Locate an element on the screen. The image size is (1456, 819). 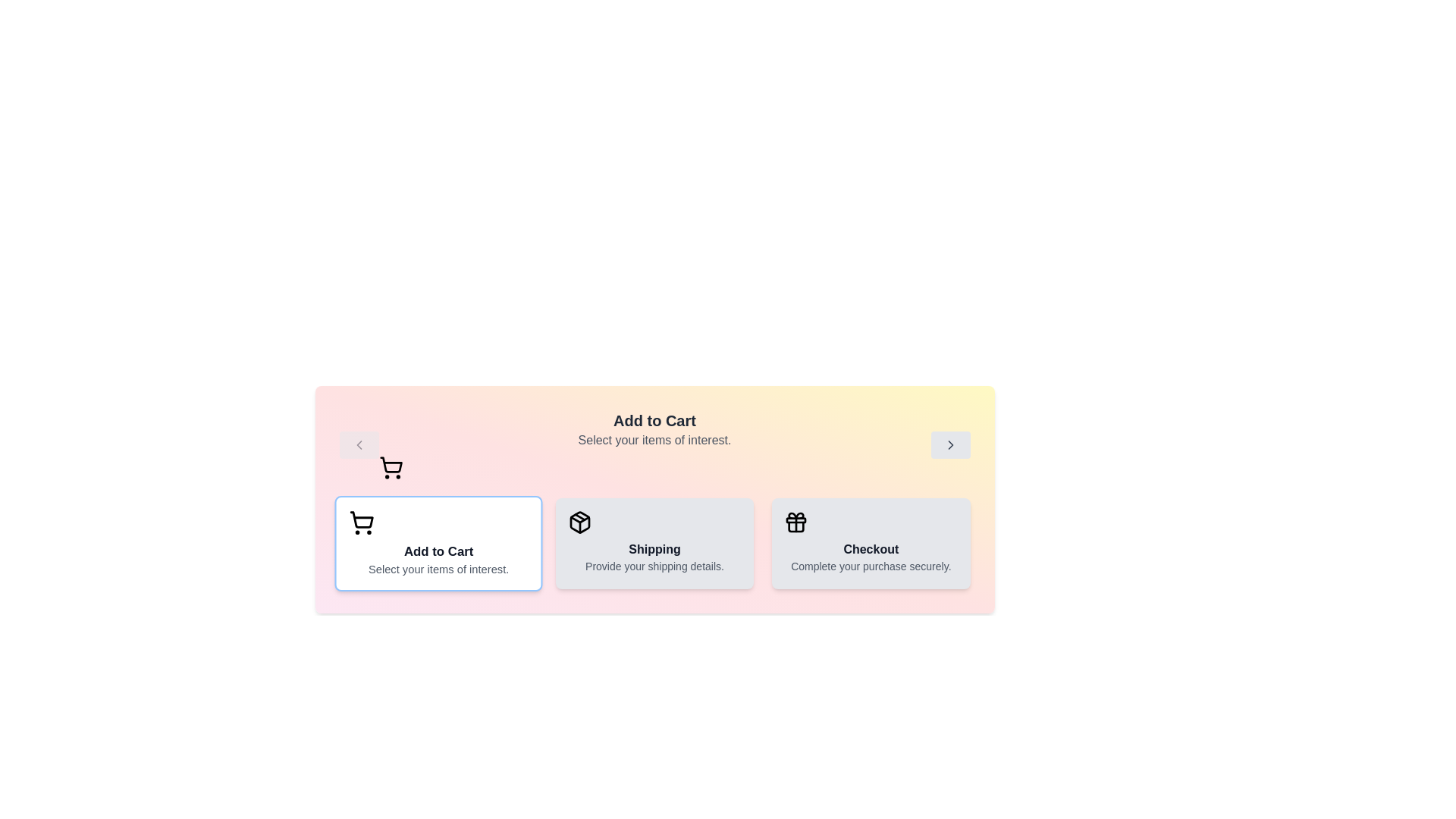
the navigational icon located in the top-left corner of the button, which directs users back to a previous interface or section is located at coordinates (358, 444).